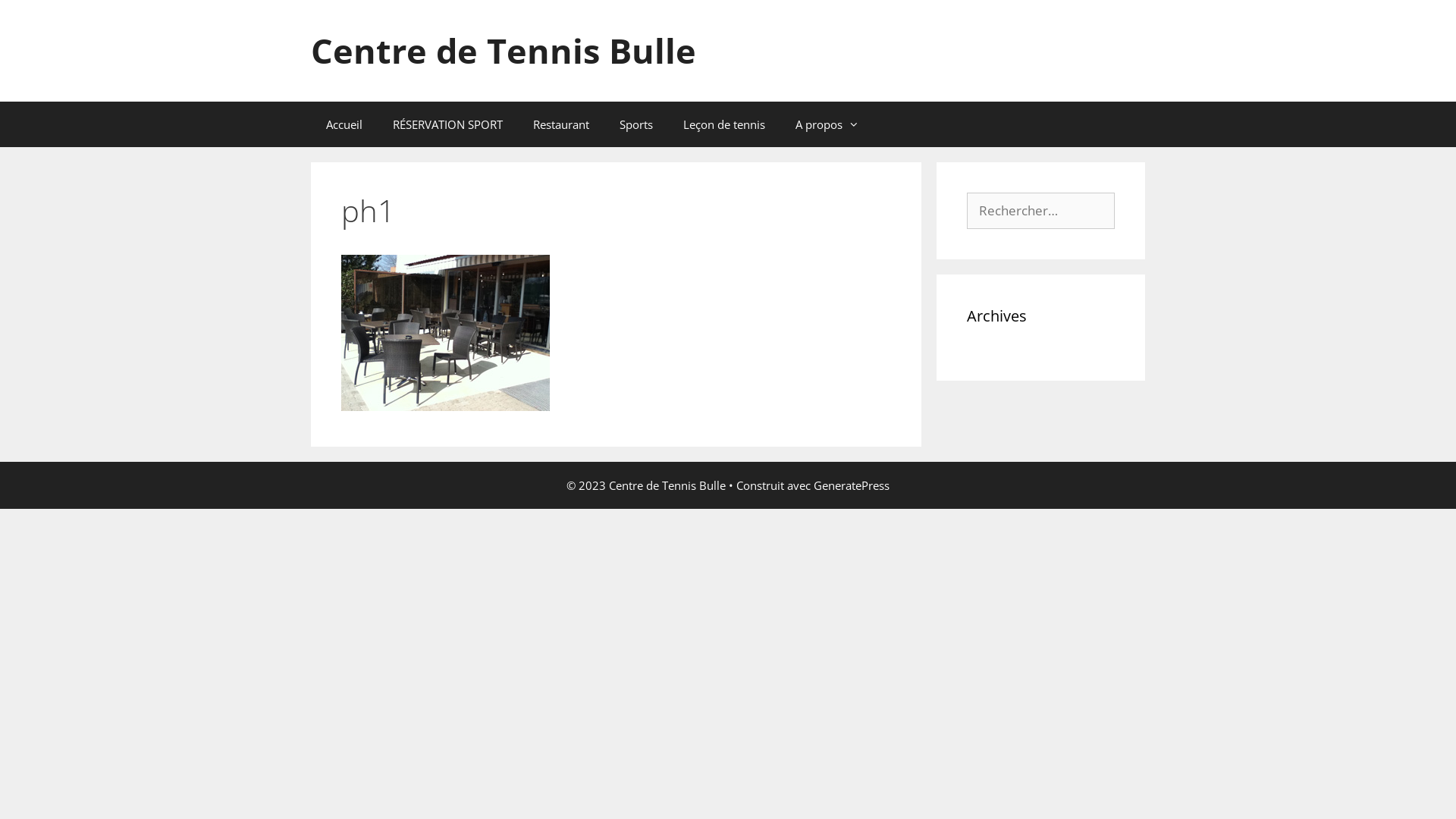 The height and width of the screenshot is (819, 1456). Describe the element at coordinates (560, 124) in the screenshot. I see `'Restaurant'` at that location.